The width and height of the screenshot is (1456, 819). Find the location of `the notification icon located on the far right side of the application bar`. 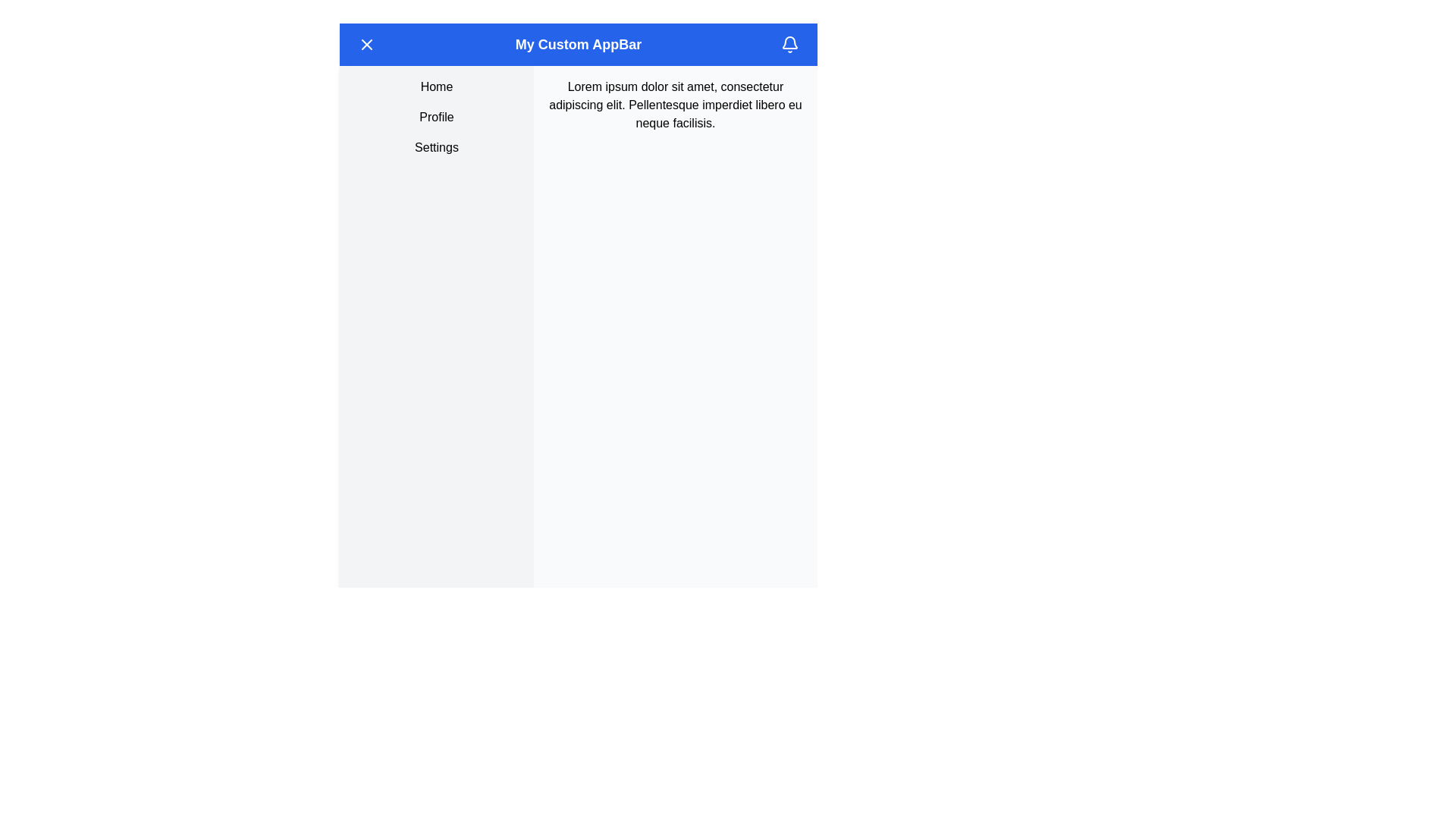

the notification icon located on the far right side of the application bar is located at coordinates (789, 43).